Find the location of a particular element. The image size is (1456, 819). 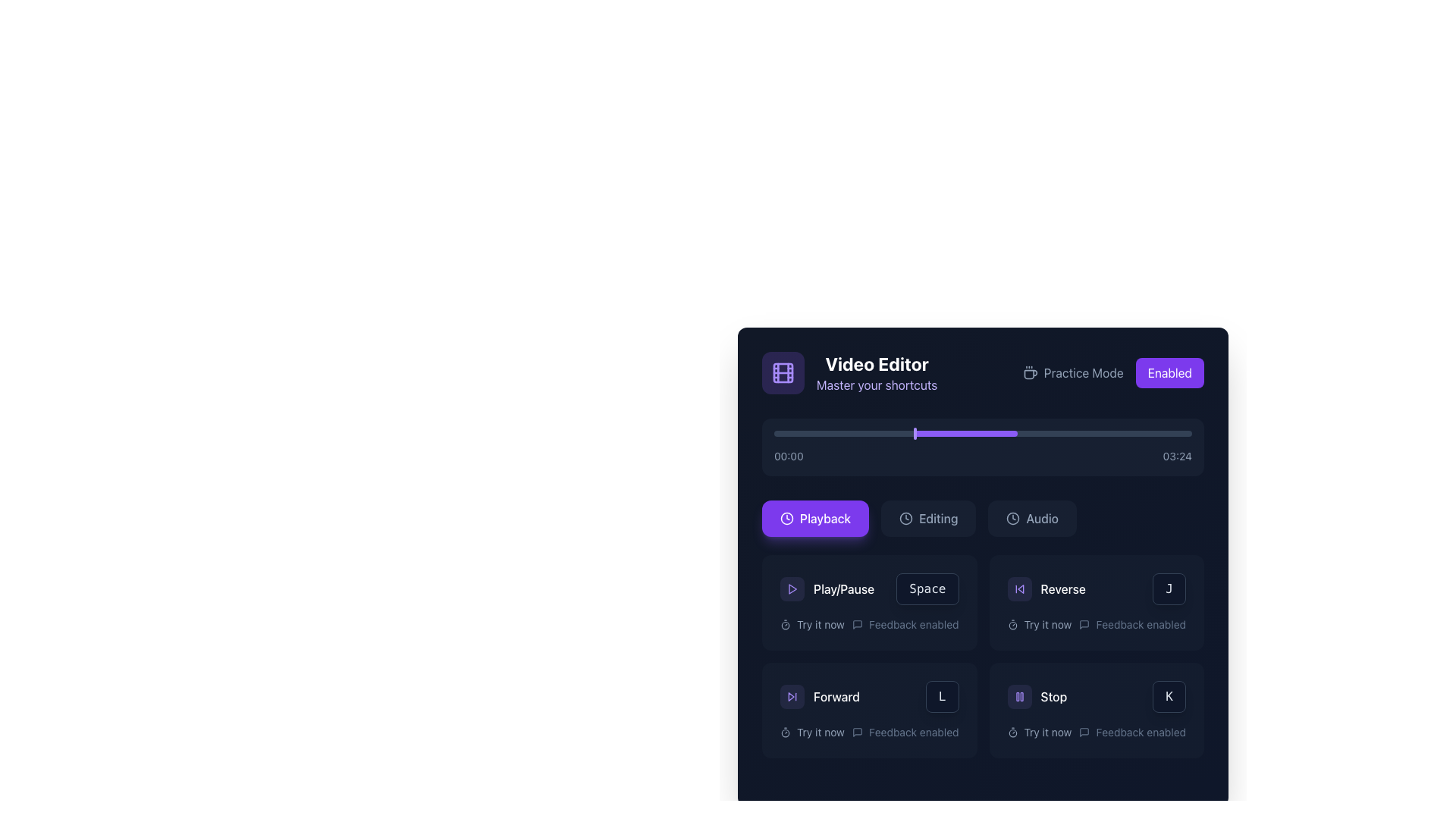

the timing or stopwatch icon located to the left of the 'Try it now' label, which is positioned in the lower section of the interface, aligned horizontally with it is located at coordinates (786, 731).